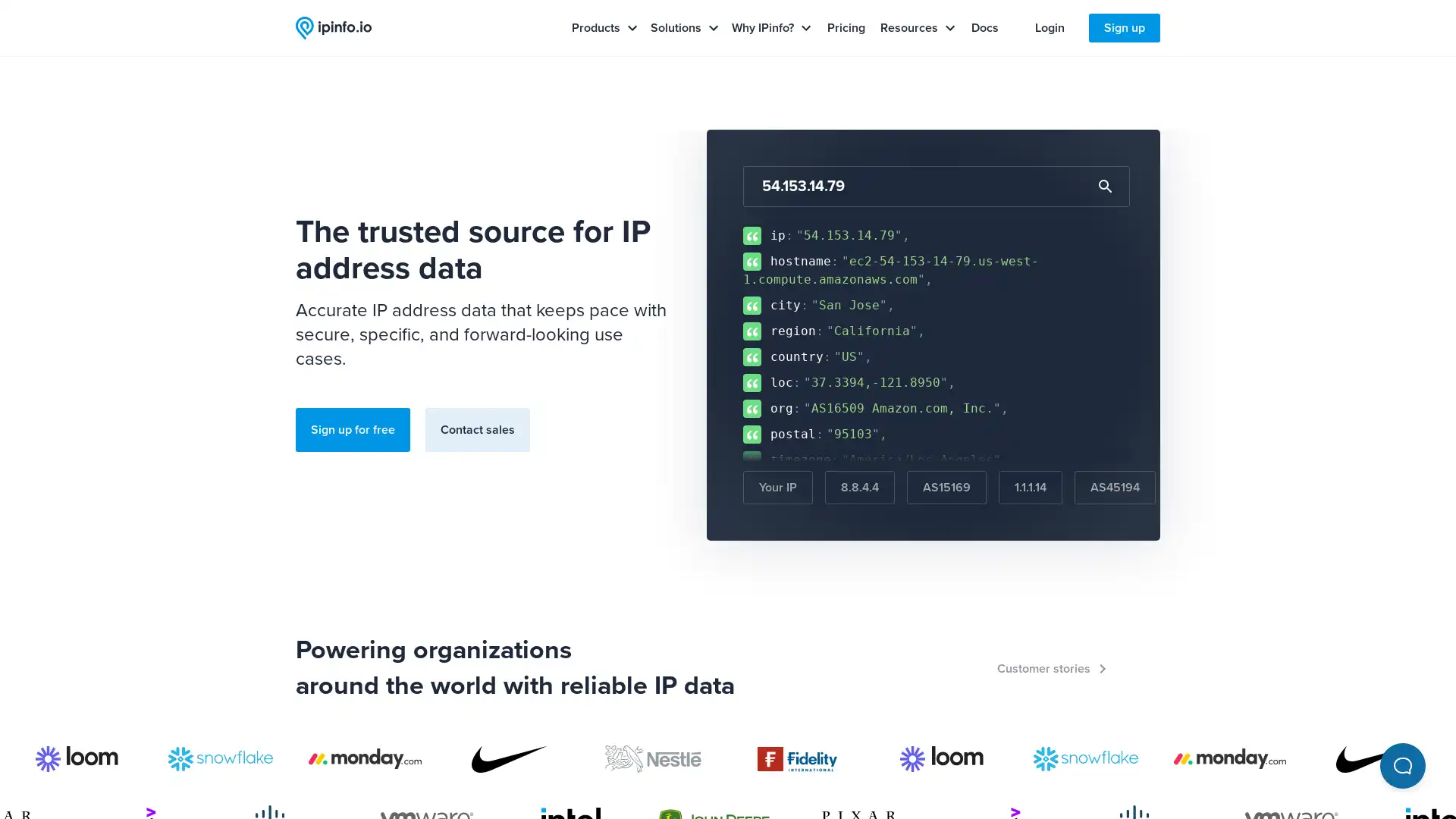 The image size is (1456, 819). What do you see at coordinates (946, 488) in the screenshot?
I see `AS15169` at bounding box center [946, 488].